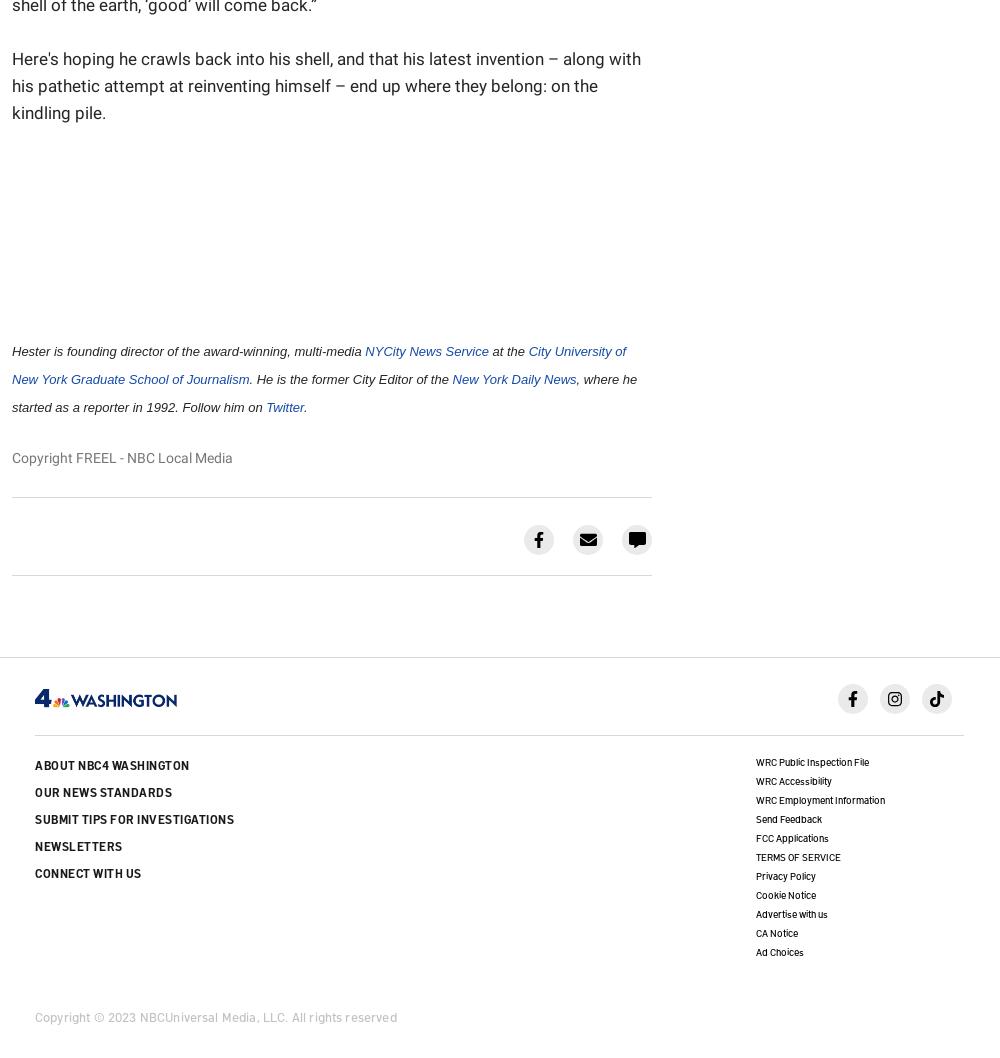 This screenshot has height=1058, width=1000. Describe the element at coordinates (111, 765) in the screenshot. I see `'About NBC4 Washington'` at that location.